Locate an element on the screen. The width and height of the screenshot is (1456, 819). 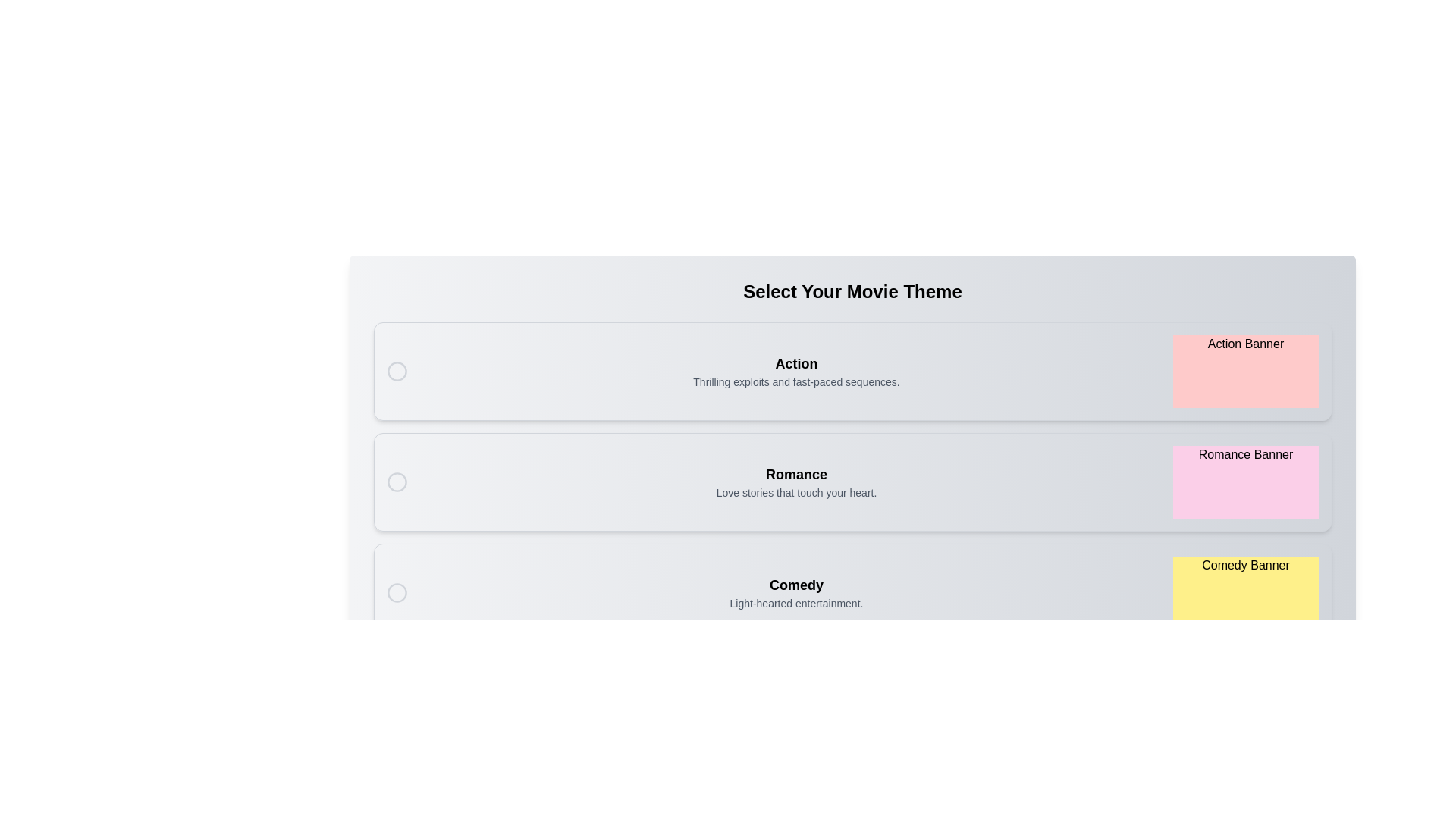
the text display that shows 'Action' in bold and the description 'Thrilling exploits and fast-paced sequences.' is located at coordinates (795, 371).